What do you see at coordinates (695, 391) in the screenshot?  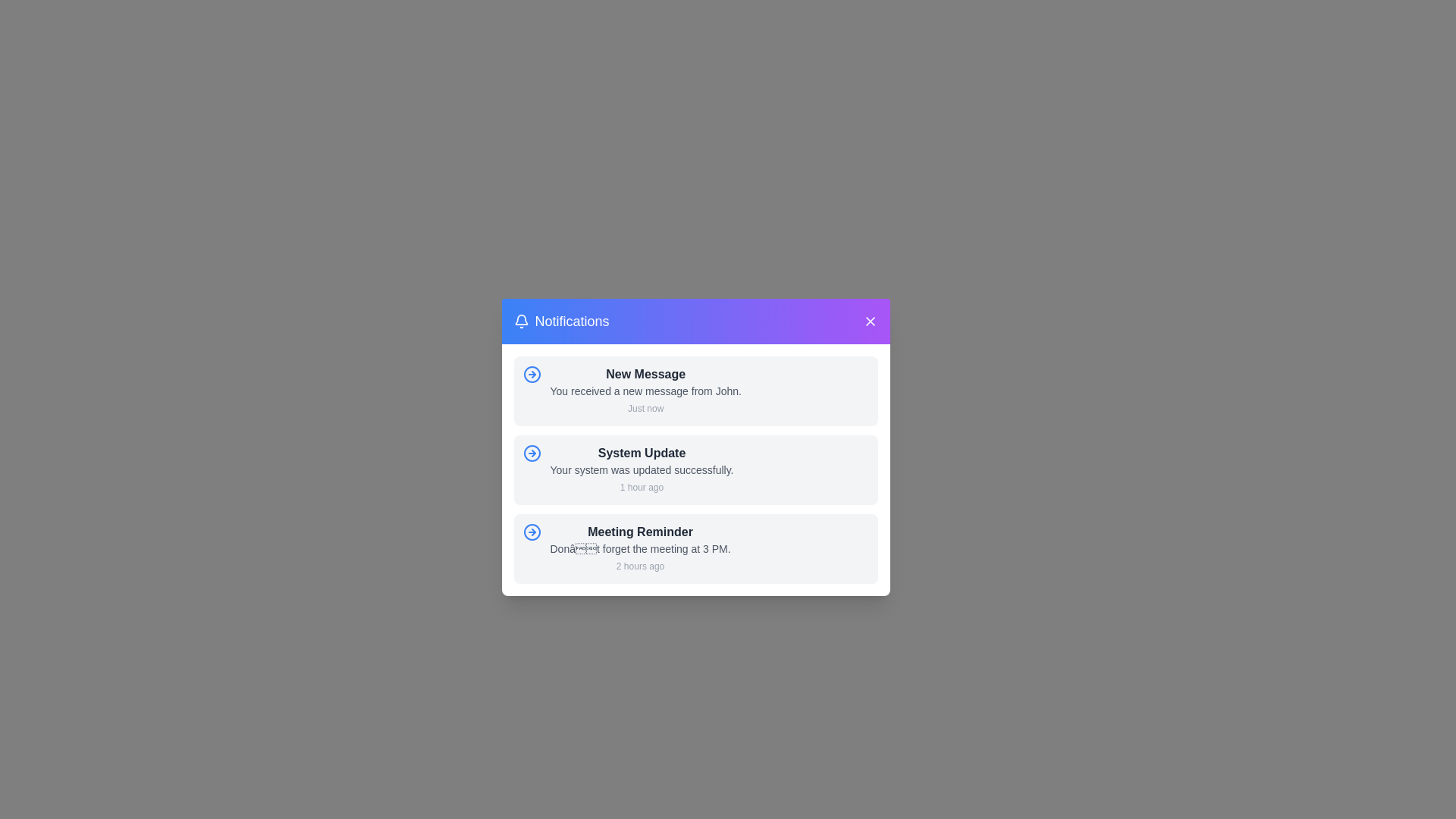 I see `the first notification card in the notification drawer` at bounding box center [695, 391].